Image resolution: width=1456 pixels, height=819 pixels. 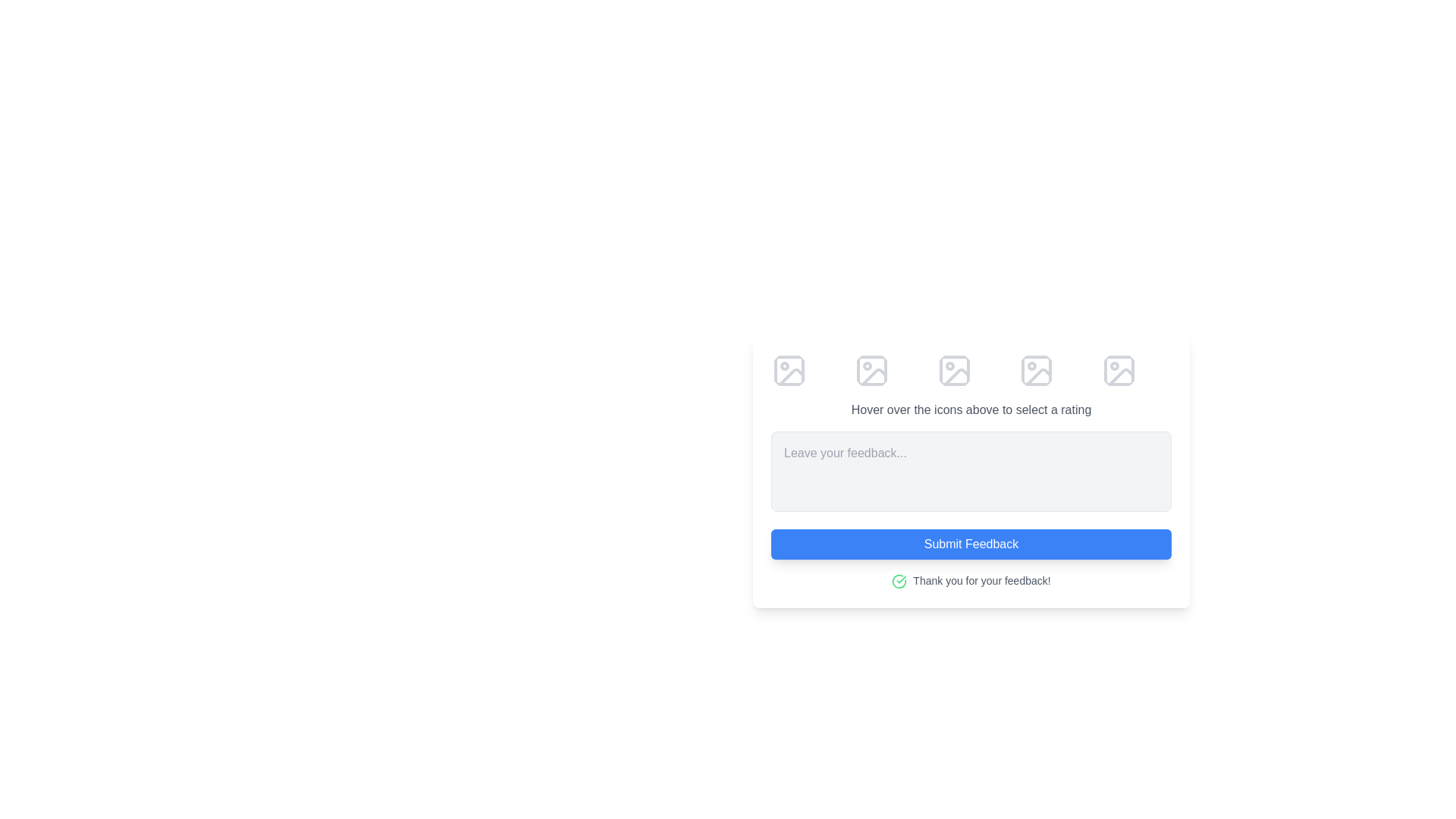 I want to click on the UI Decorative Element that is centrally positioned within the fourth icon in the row of icons at the top of the feedback form layout, so click(x=1036, y=371).